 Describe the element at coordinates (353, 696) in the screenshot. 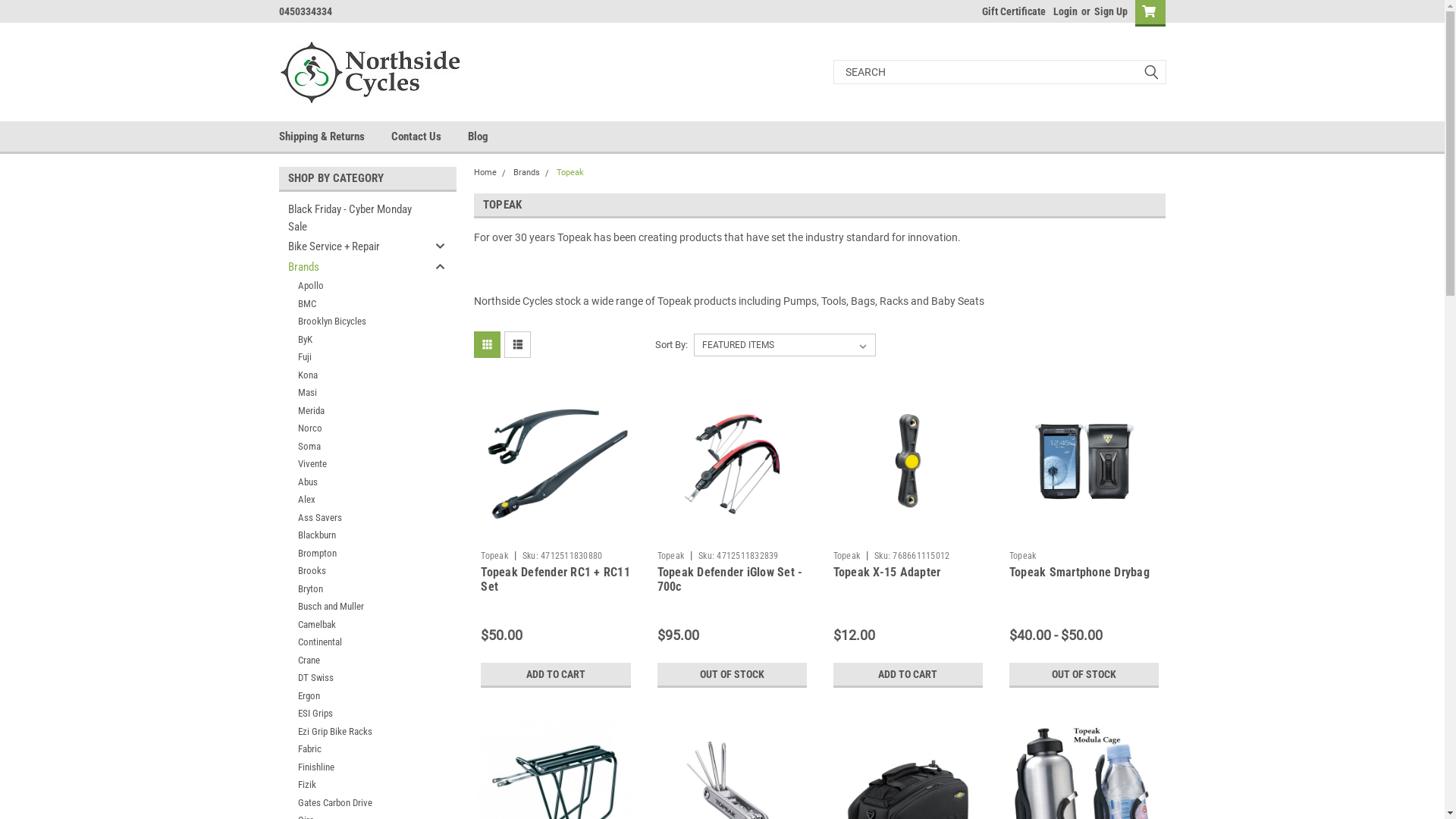

I see `'Ergon'` at that location.